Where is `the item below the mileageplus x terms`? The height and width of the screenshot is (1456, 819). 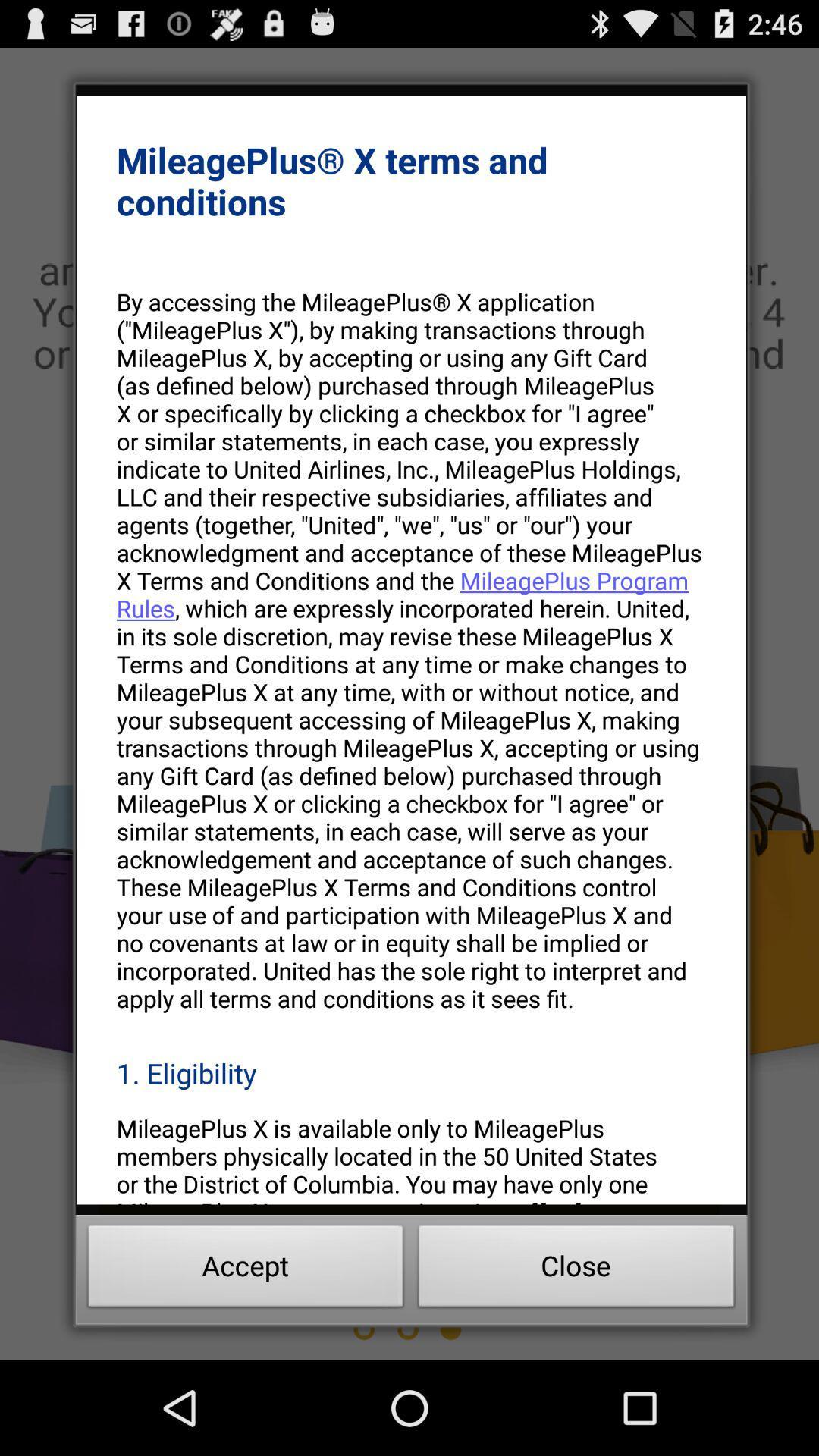 the item below the mileageplus x terms is located at coordinates (411, 650).